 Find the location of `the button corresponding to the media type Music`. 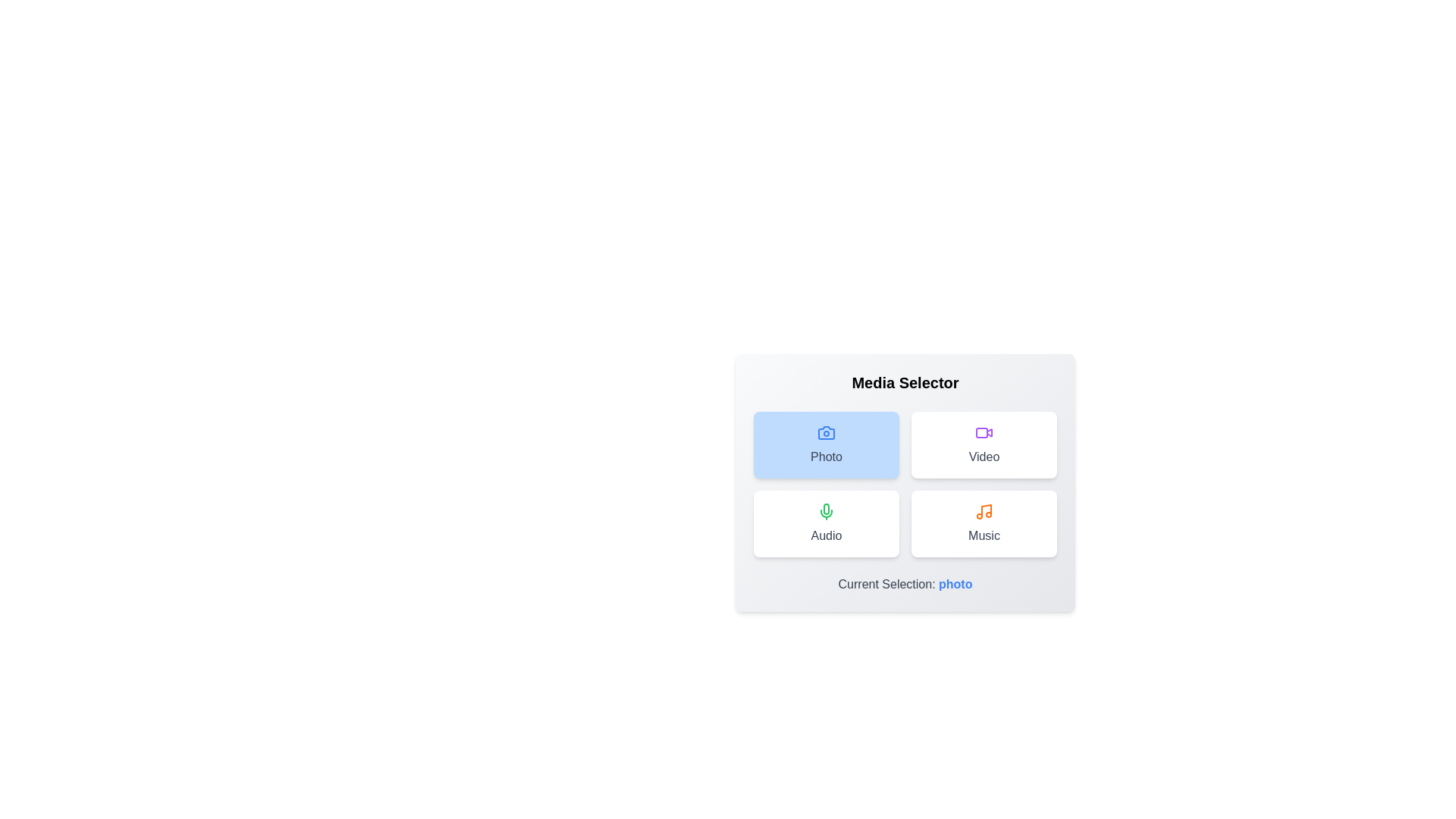

the button corresponding to the media type Music is located at coordinates (984, 522).